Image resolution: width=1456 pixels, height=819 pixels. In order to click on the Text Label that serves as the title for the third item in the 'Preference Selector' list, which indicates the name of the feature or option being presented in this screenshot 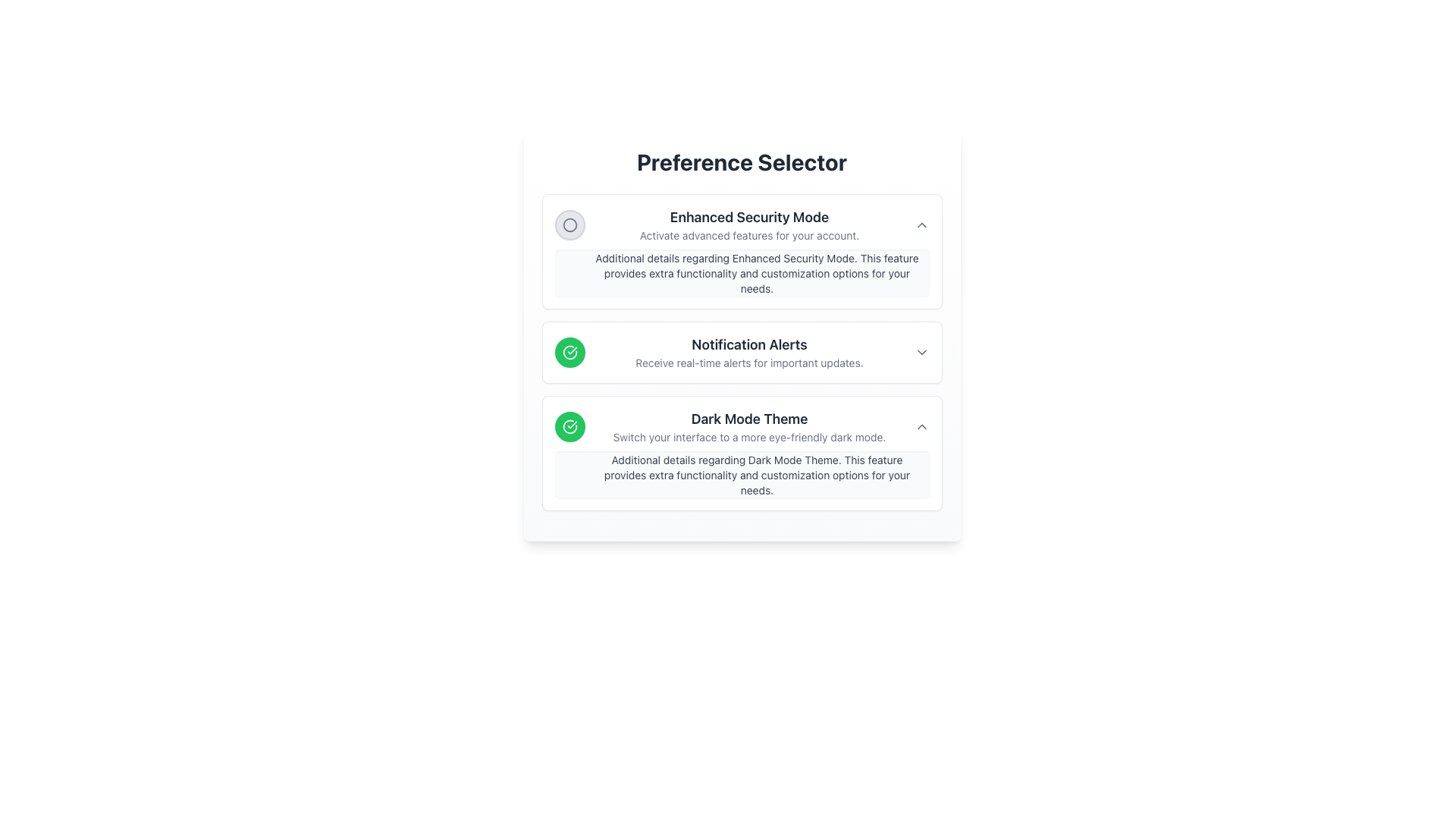, I will do `click(749, 419)`.